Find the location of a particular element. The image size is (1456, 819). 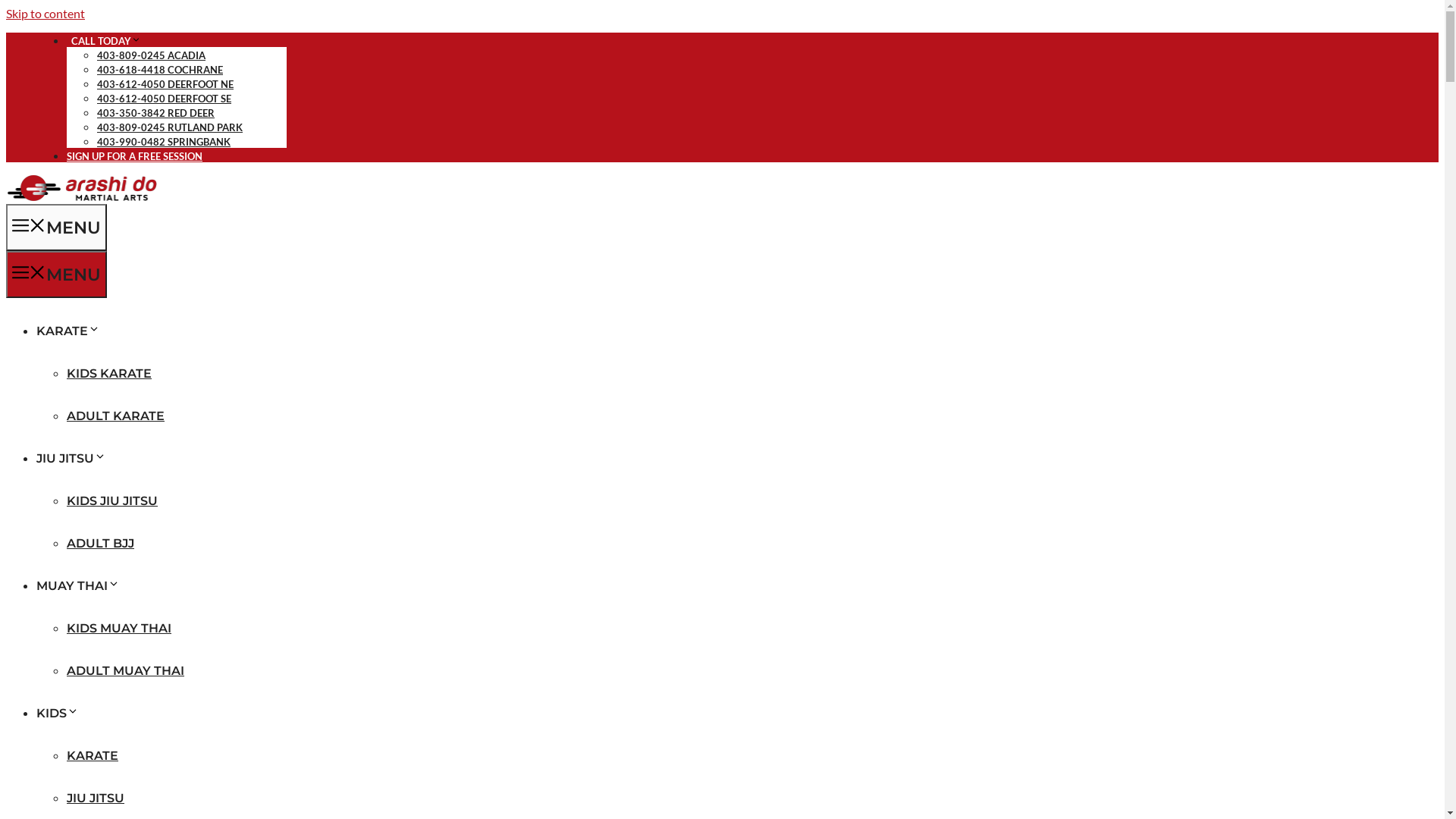

'KIDS JIU JITSU' is located at coordinates (65, 500).